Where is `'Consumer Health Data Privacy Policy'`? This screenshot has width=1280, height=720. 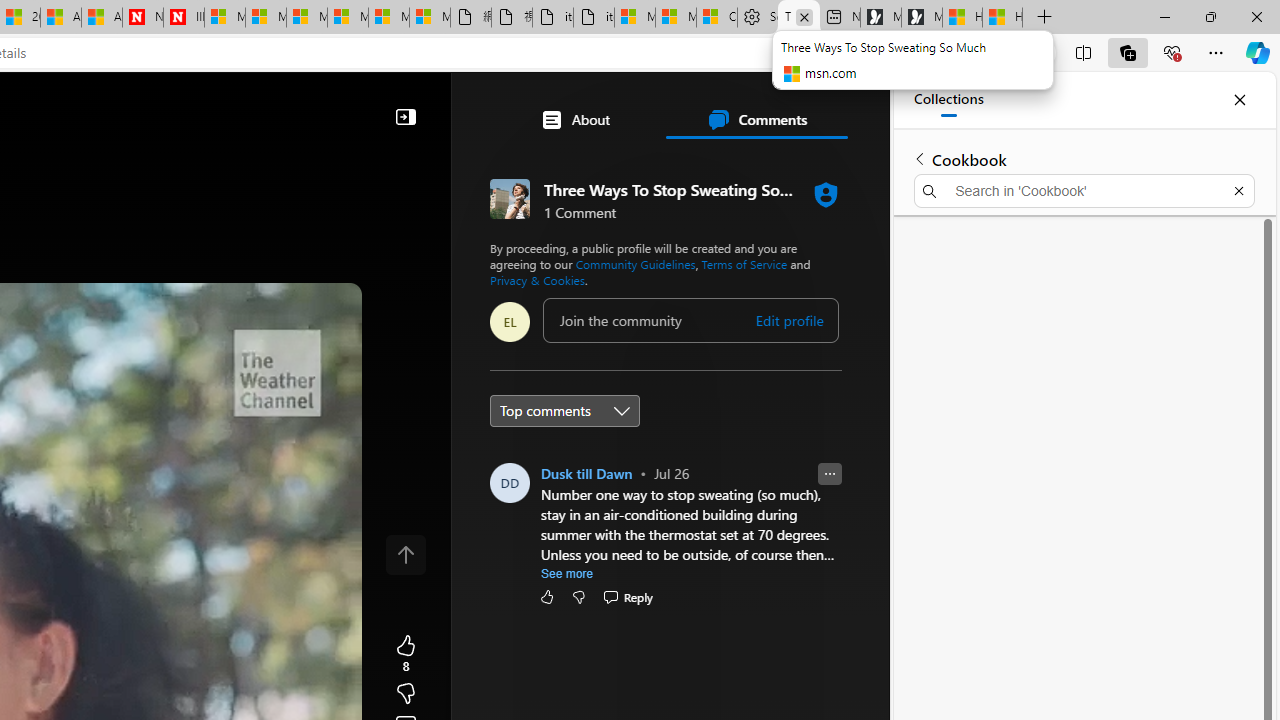 'Consumer Health Data Privacy Policy' is located at coordinates (717, 17).